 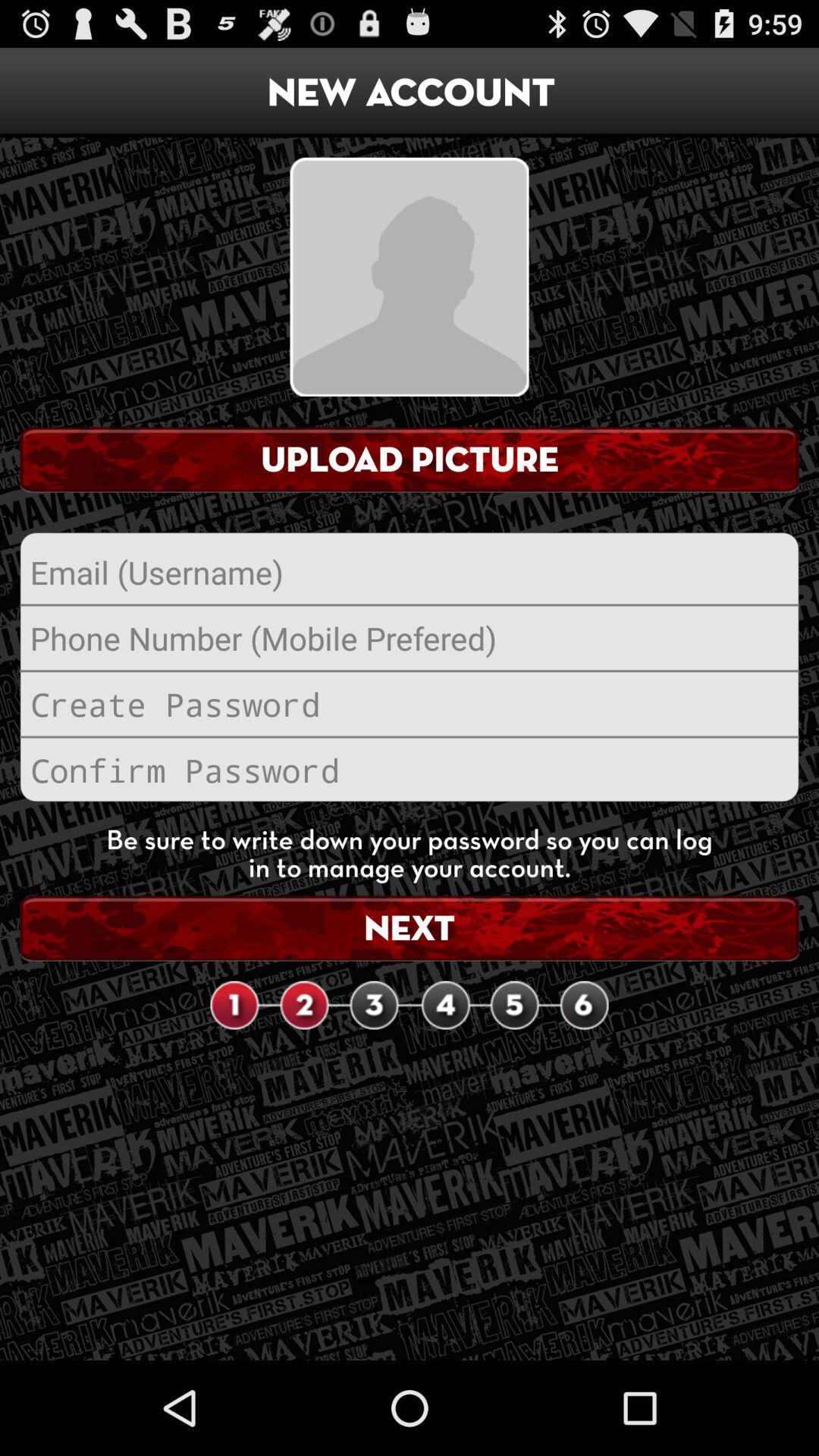 What do you see at coordinates (409, 458) in the screenshot?
I see `the upload picture item` at bounding box center [409, 458].